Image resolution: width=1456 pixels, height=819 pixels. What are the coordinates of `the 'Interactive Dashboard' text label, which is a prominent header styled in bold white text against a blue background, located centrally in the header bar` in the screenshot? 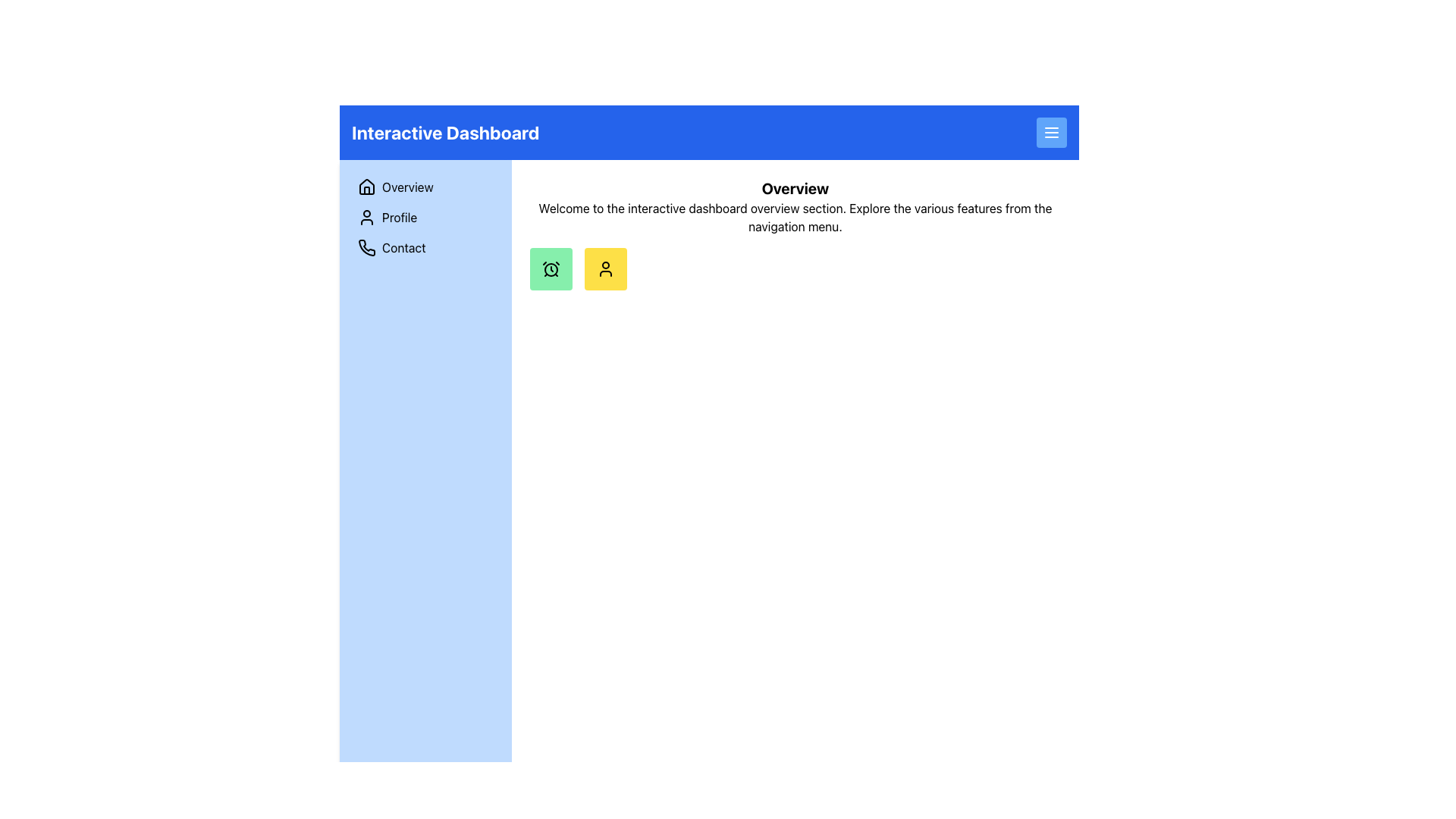 It's located at (444, 131).